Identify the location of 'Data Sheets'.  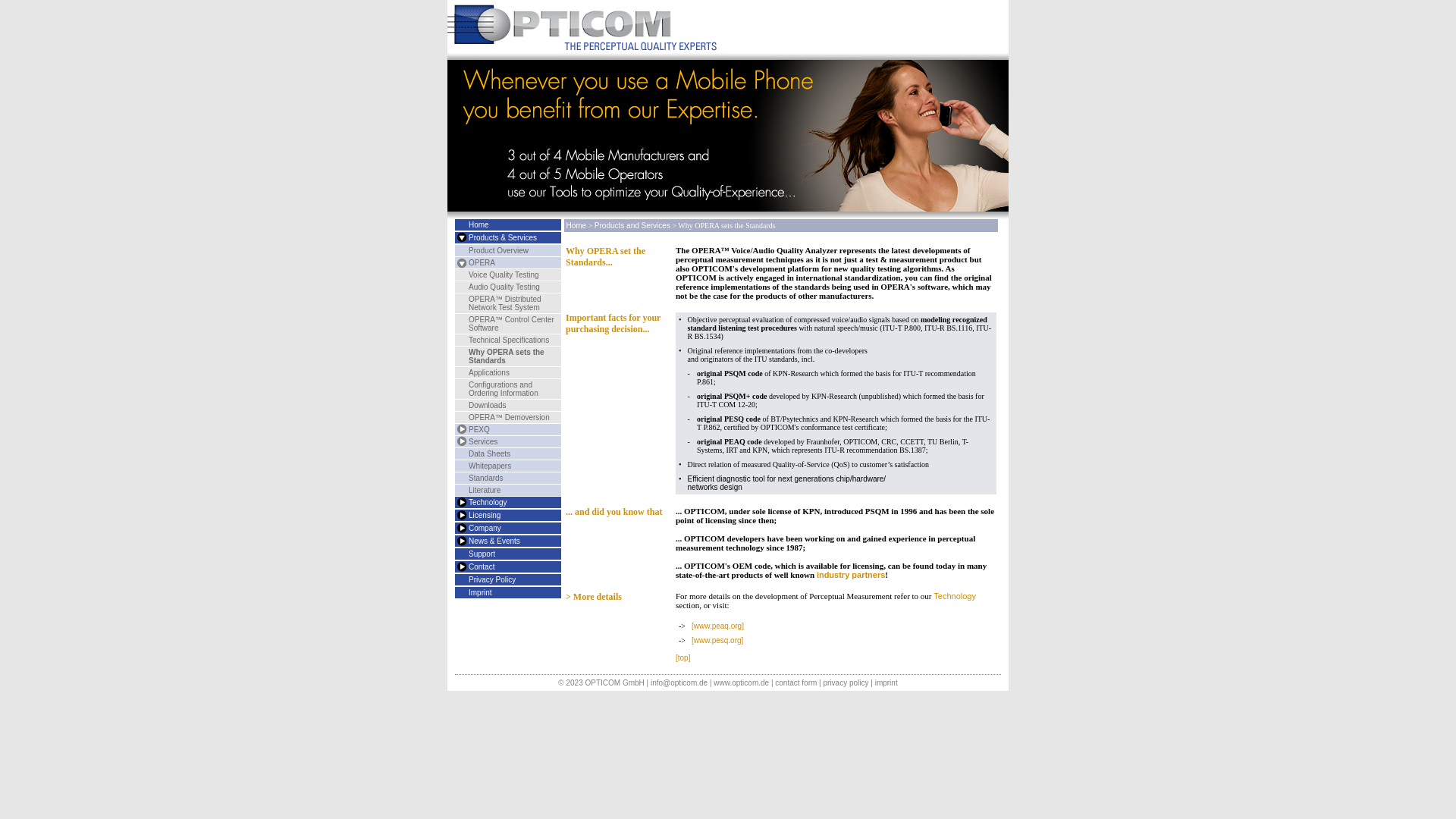
(489, 453).